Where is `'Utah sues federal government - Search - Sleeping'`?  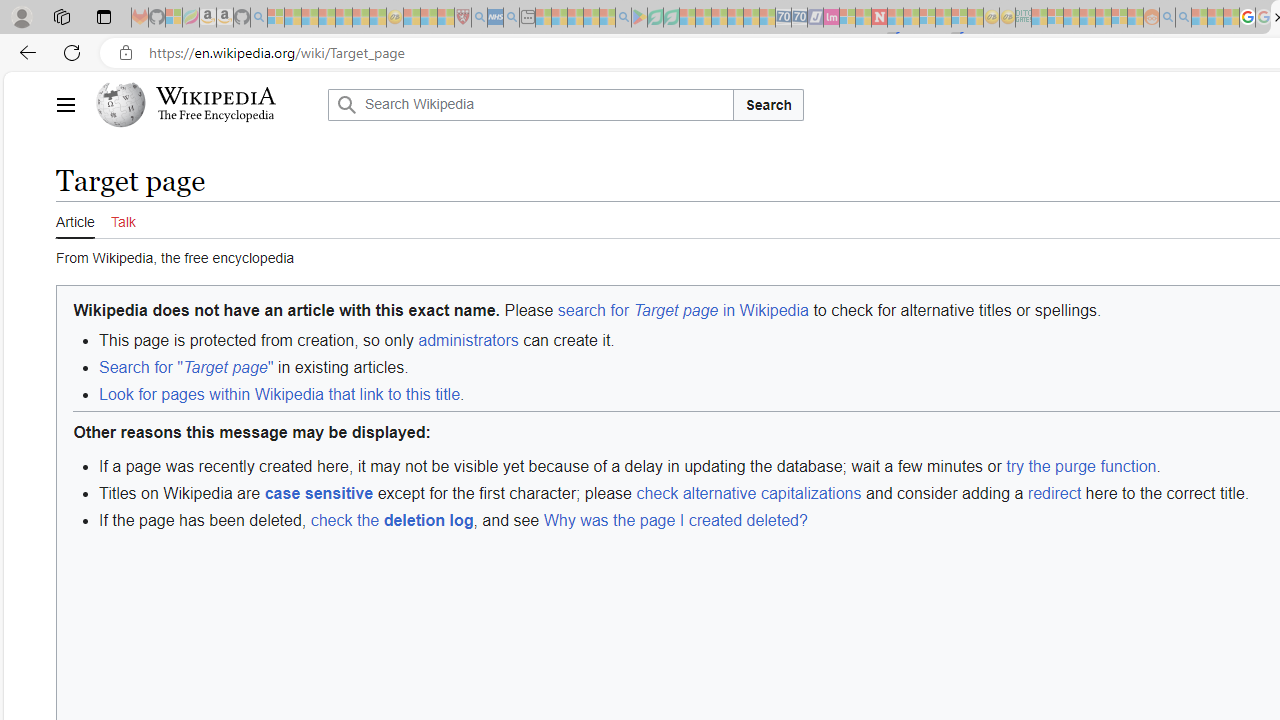 'Utah sues federal government - Search - Sleeping' is located at coordinates (1184, 17).